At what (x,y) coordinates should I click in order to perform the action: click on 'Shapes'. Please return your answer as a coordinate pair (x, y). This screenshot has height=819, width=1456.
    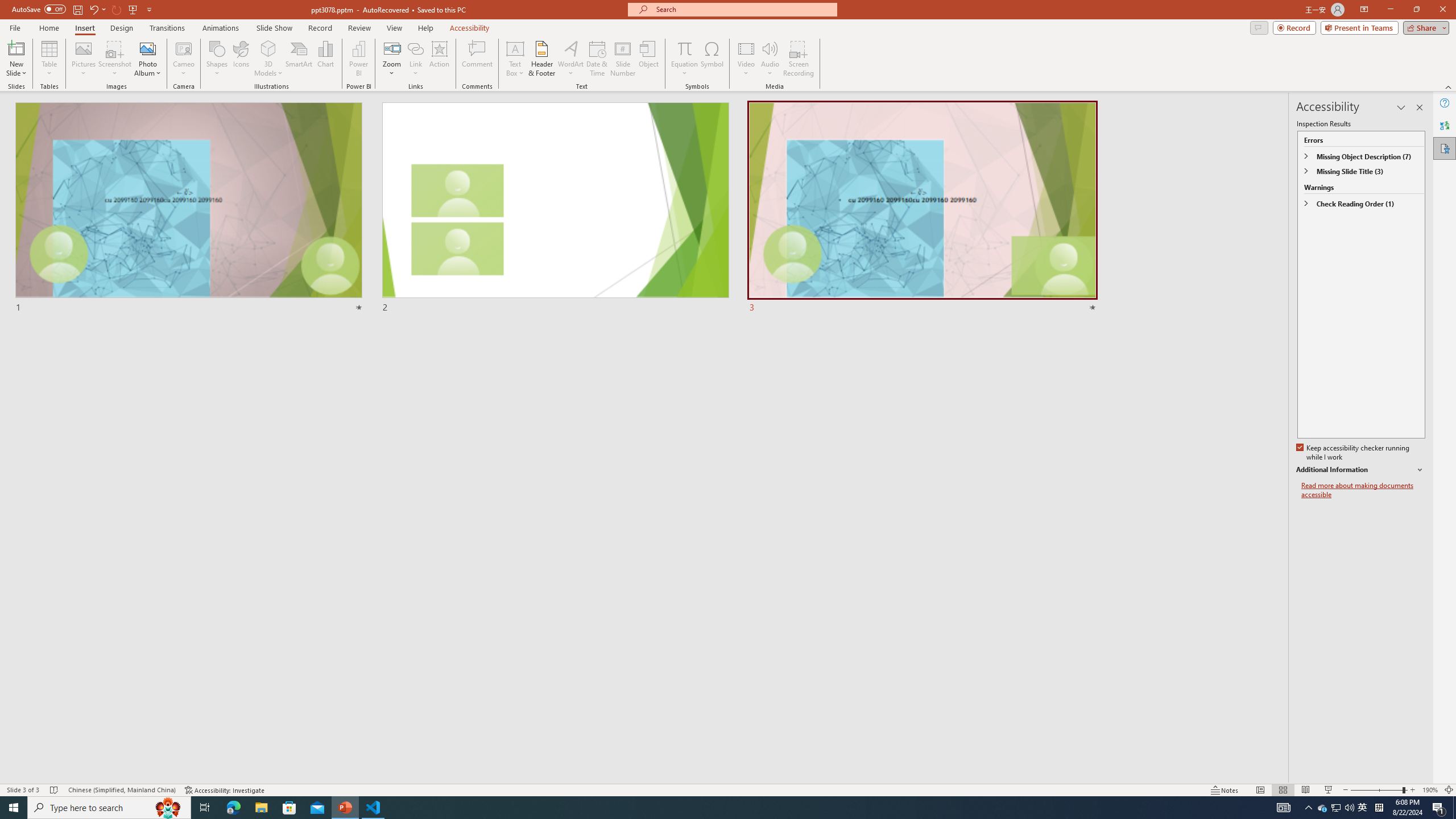
    Looking at the image, I should click on (216, 59).